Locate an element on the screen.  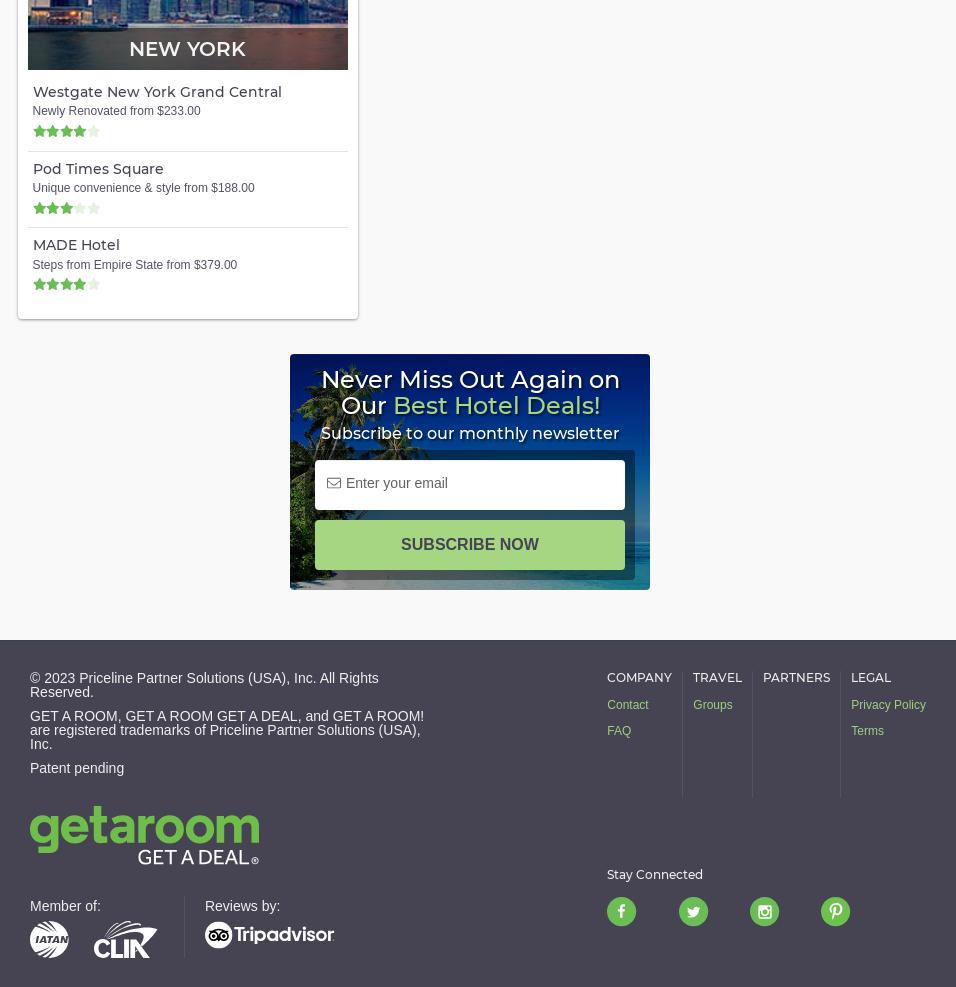
'FAQ' is located at coordinates (619, 728).